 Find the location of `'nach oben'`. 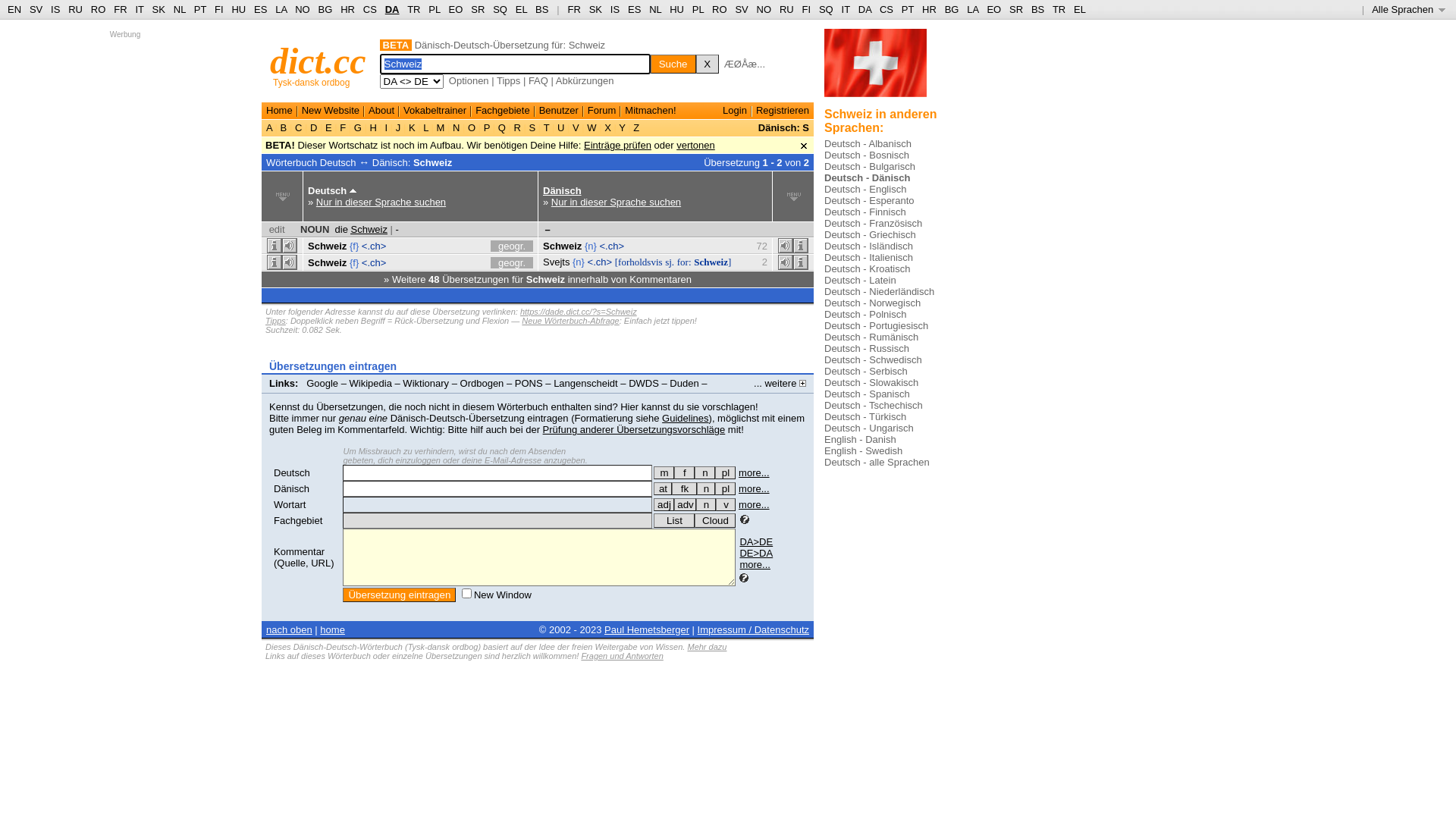

'nach oben' is located at coordinates (265, 629).